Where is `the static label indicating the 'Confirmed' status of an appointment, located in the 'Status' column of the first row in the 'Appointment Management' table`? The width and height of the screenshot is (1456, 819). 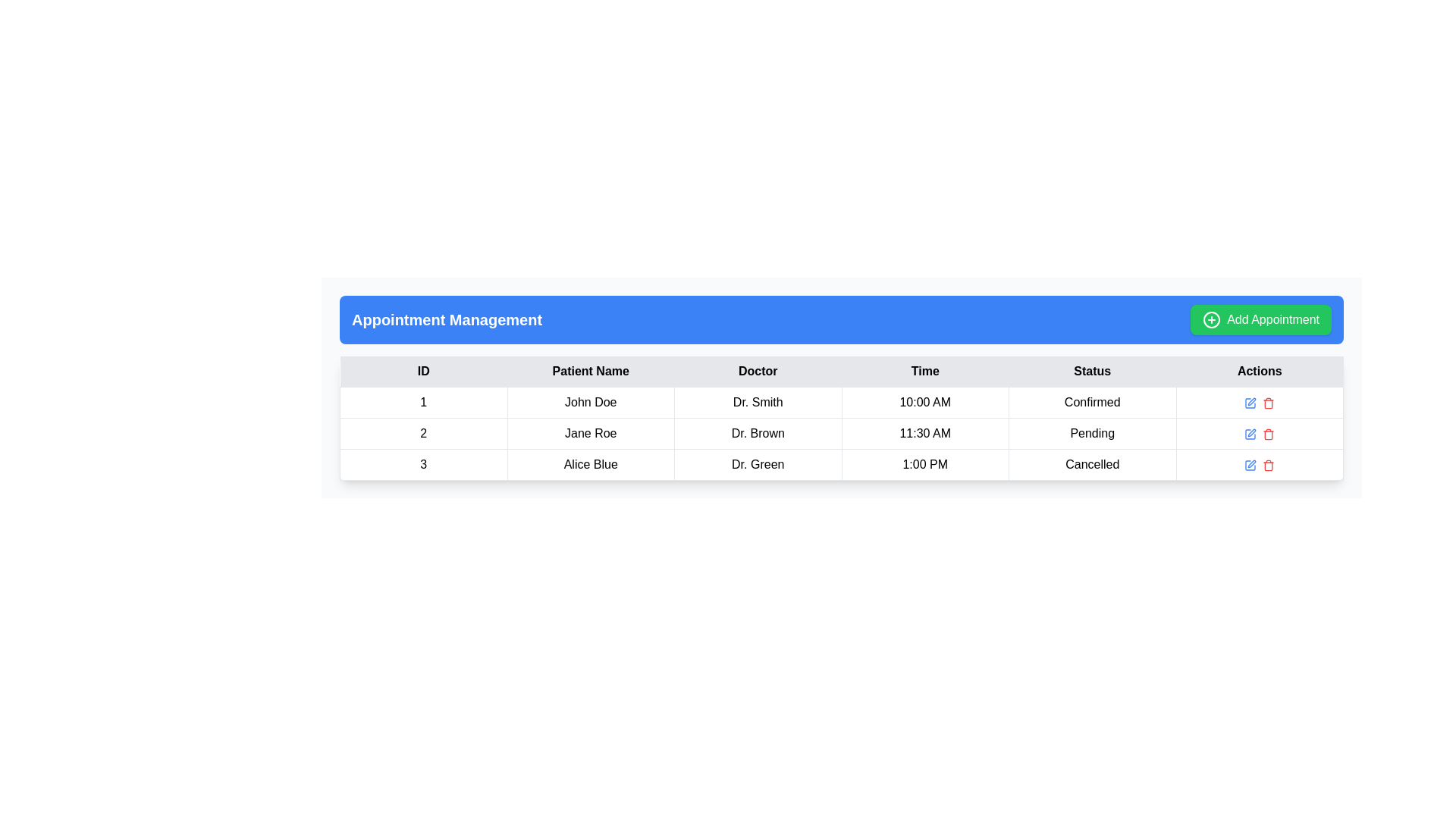
the static label indicating the 'Confirmed' status of an appointment, located in the 'Status' column of the first row in the 'Appointment Management' table is located at coordinates (1092, 402).